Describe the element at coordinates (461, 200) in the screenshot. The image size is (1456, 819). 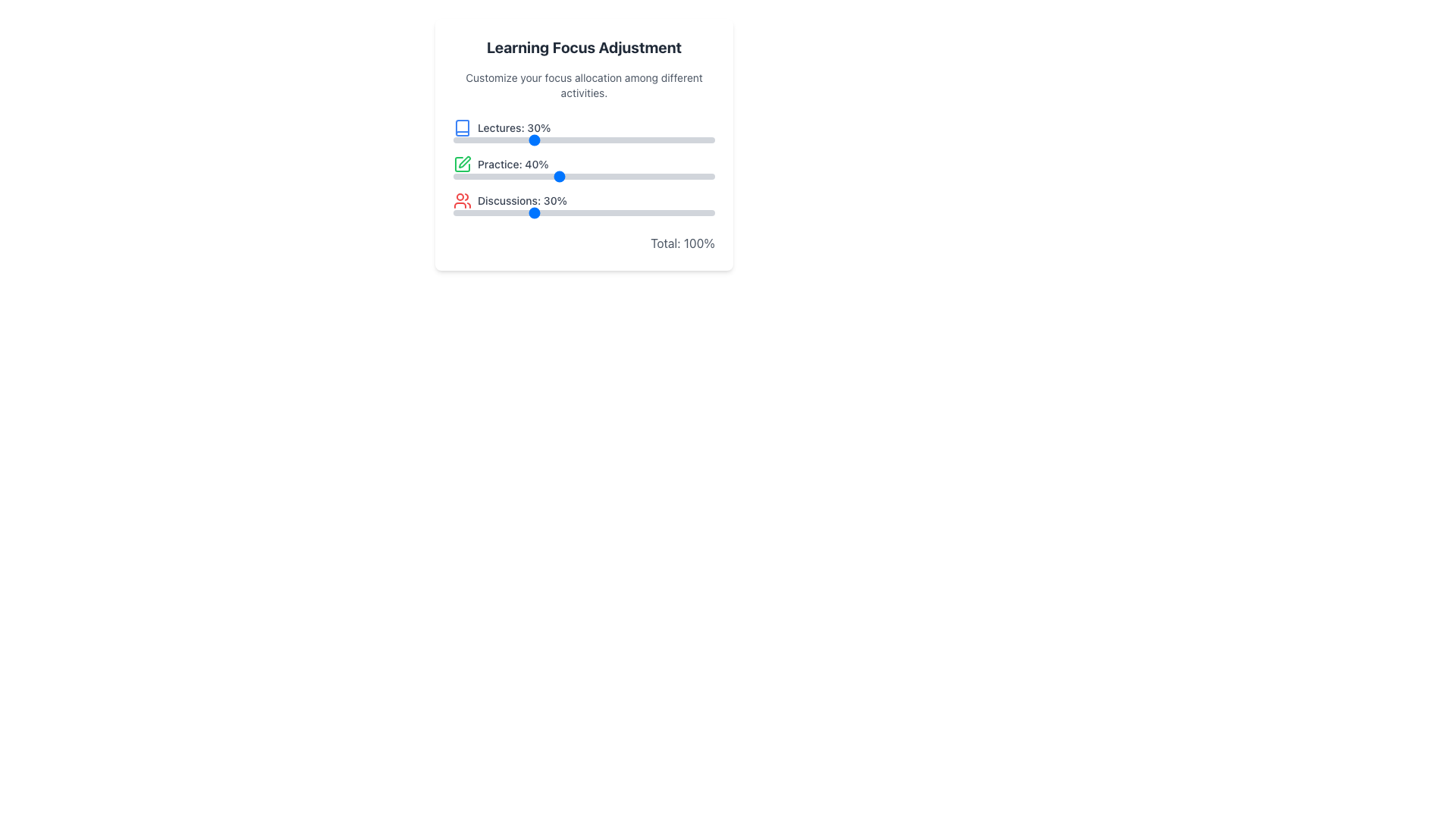
I see `the 'Discussions' icon located in the third row of the section grouping` at that location.